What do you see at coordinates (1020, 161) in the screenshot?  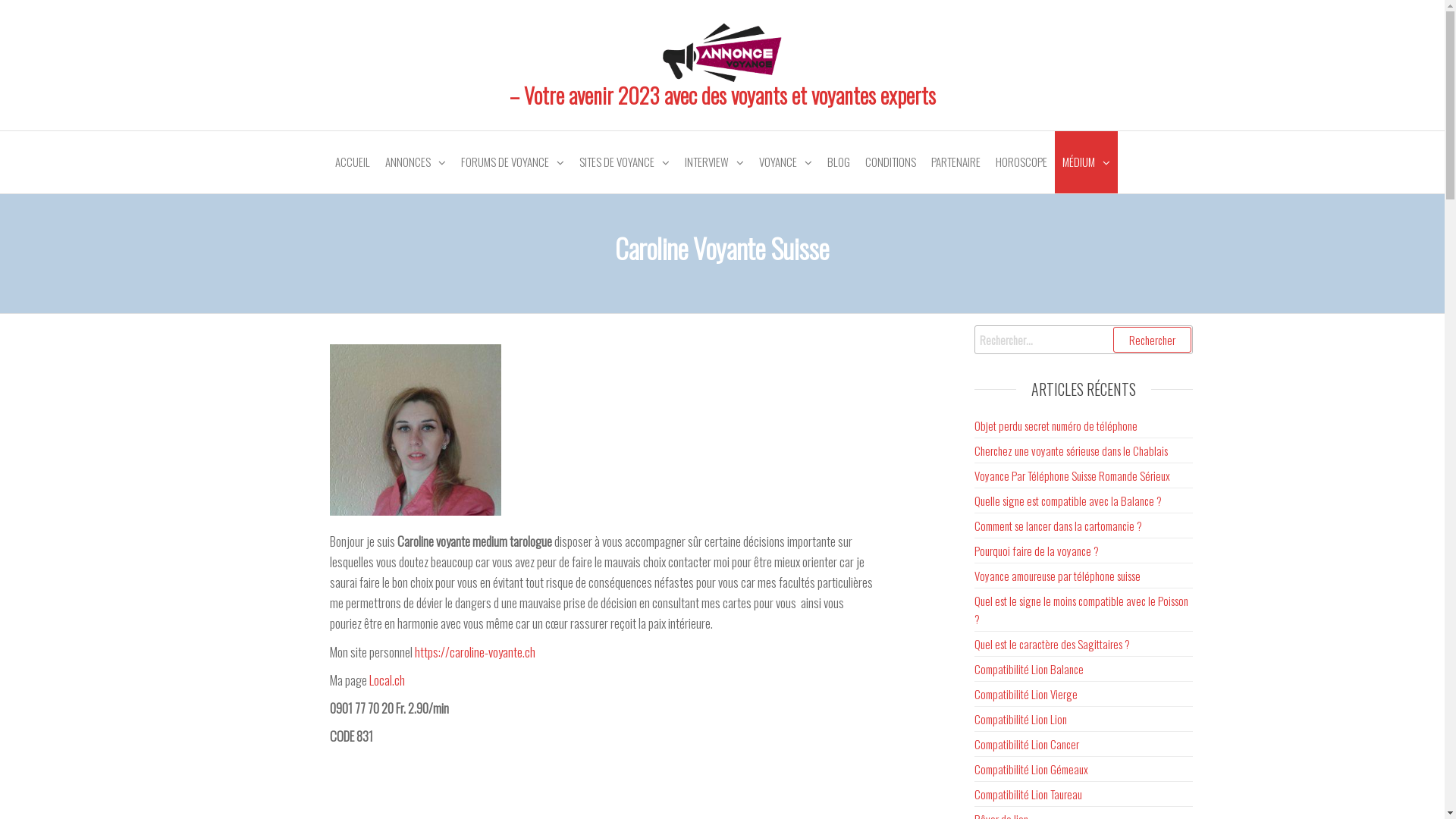 I see `'HOROSCOPE'` at bounding box center [1020, 161].